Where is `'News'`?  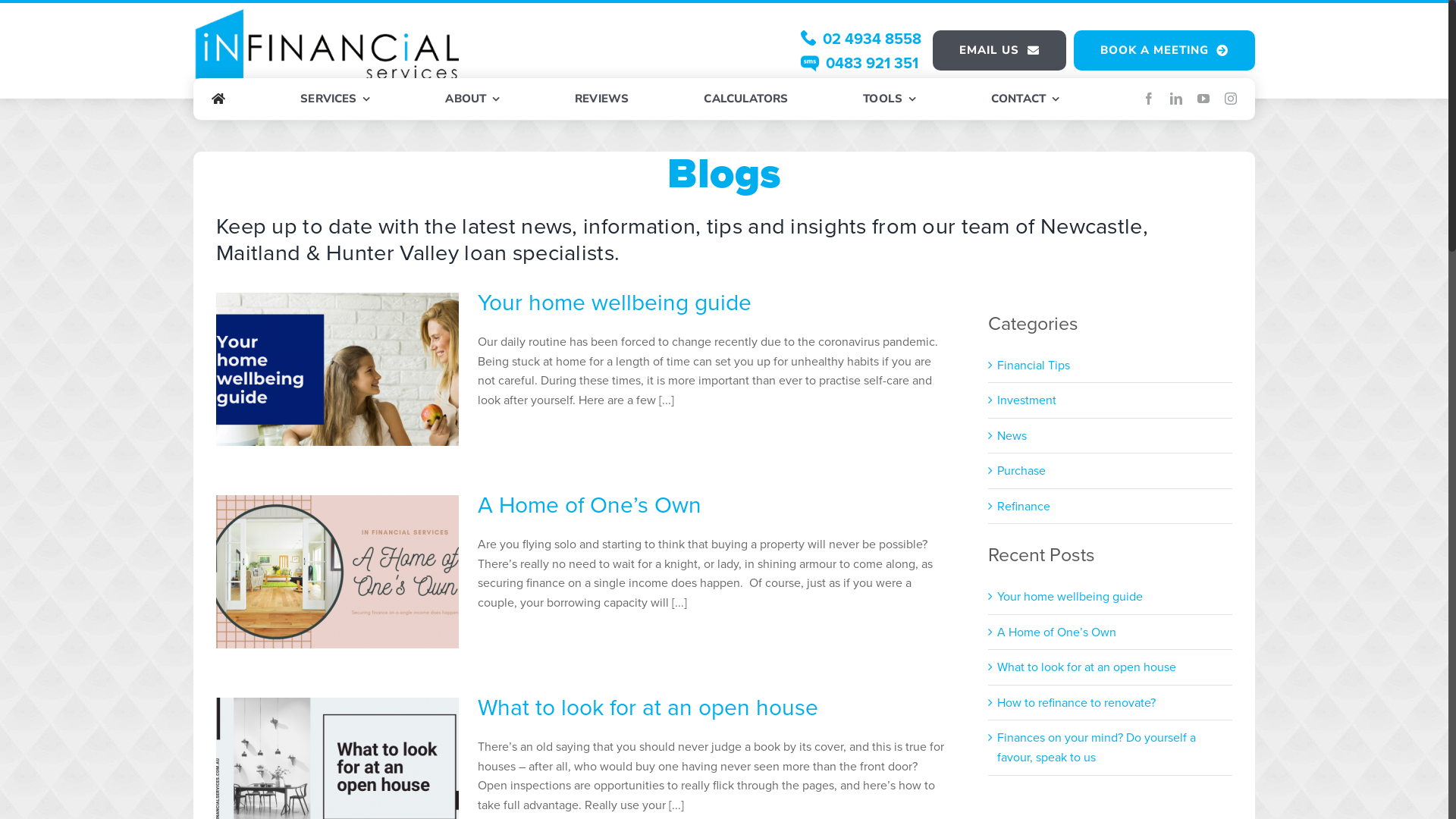
'News' is located at coordinates (1110, 435).